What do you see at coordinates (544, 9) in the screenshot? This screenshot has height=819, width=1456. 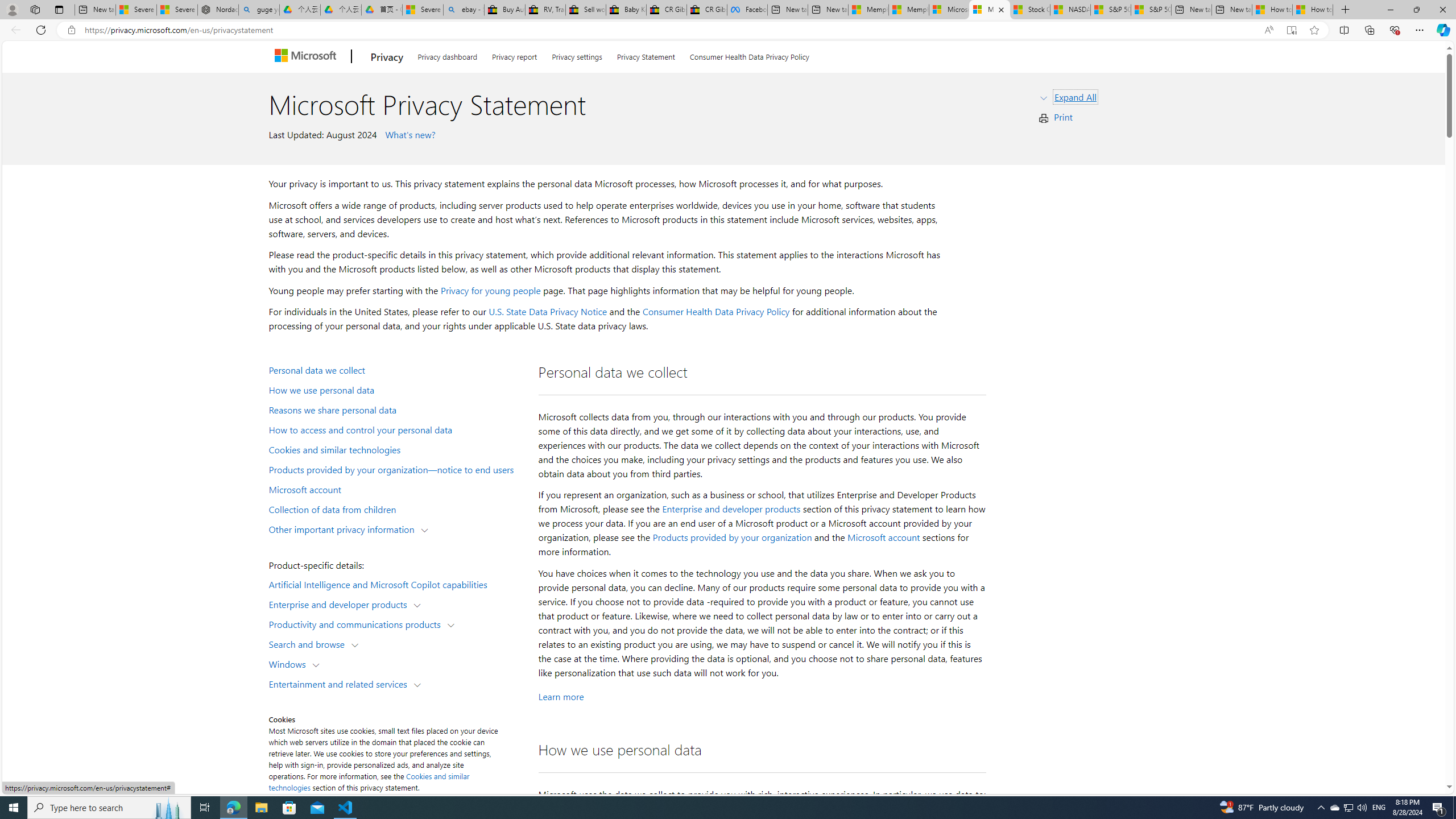 I see `'RV, Trailer & Camper Steps & Ladders for sale | eBay'` at bounding box center [544, 9].